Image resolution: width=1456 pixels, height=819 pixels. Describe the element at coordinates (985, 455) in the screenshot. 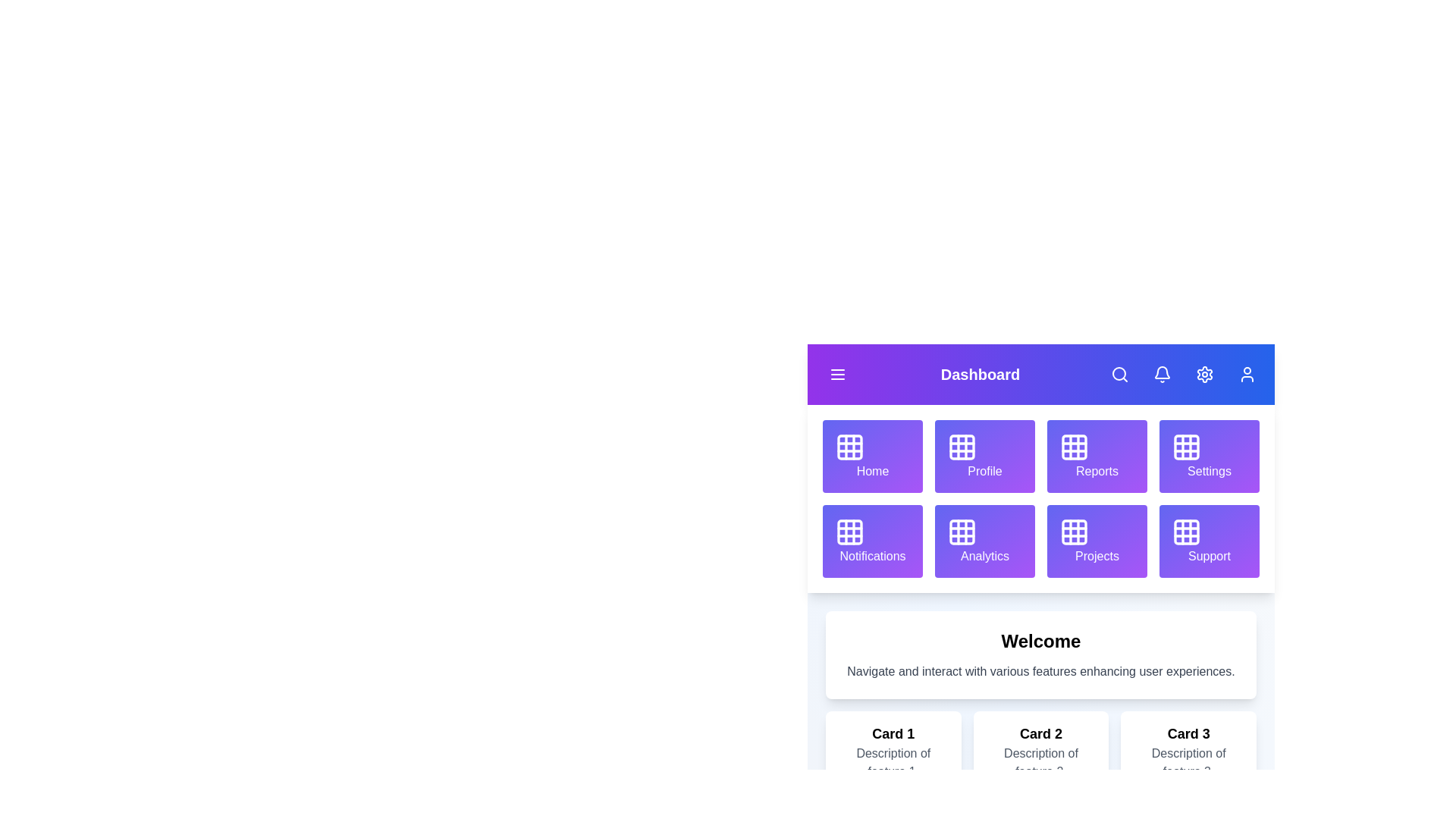

I see `the grid item labeled Profile to navigate to its section` at that location.